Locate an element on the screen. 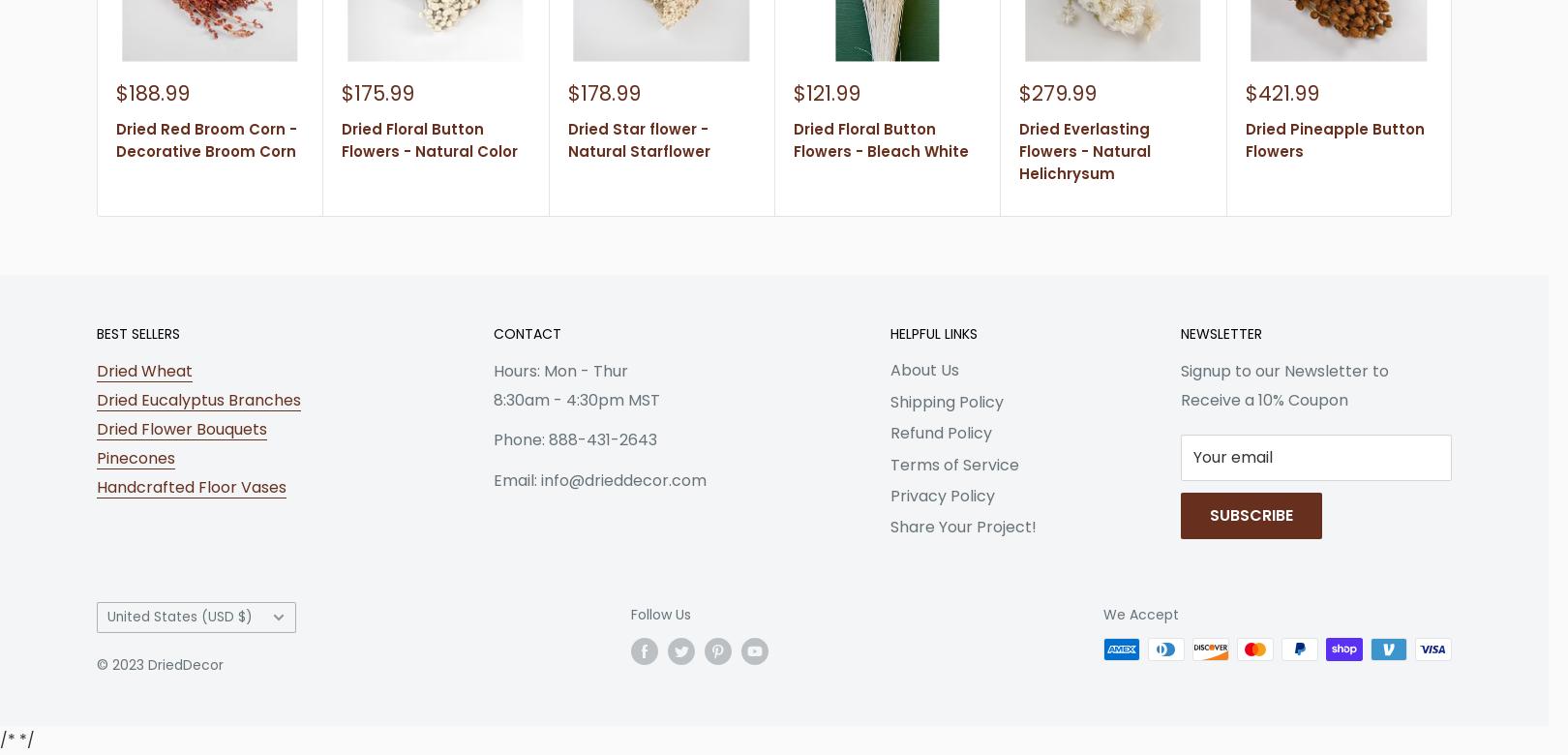 Image resolution: width=1568 pixels, height=755 pixels. 'Follow Us' is located at coordinates (659, 613).